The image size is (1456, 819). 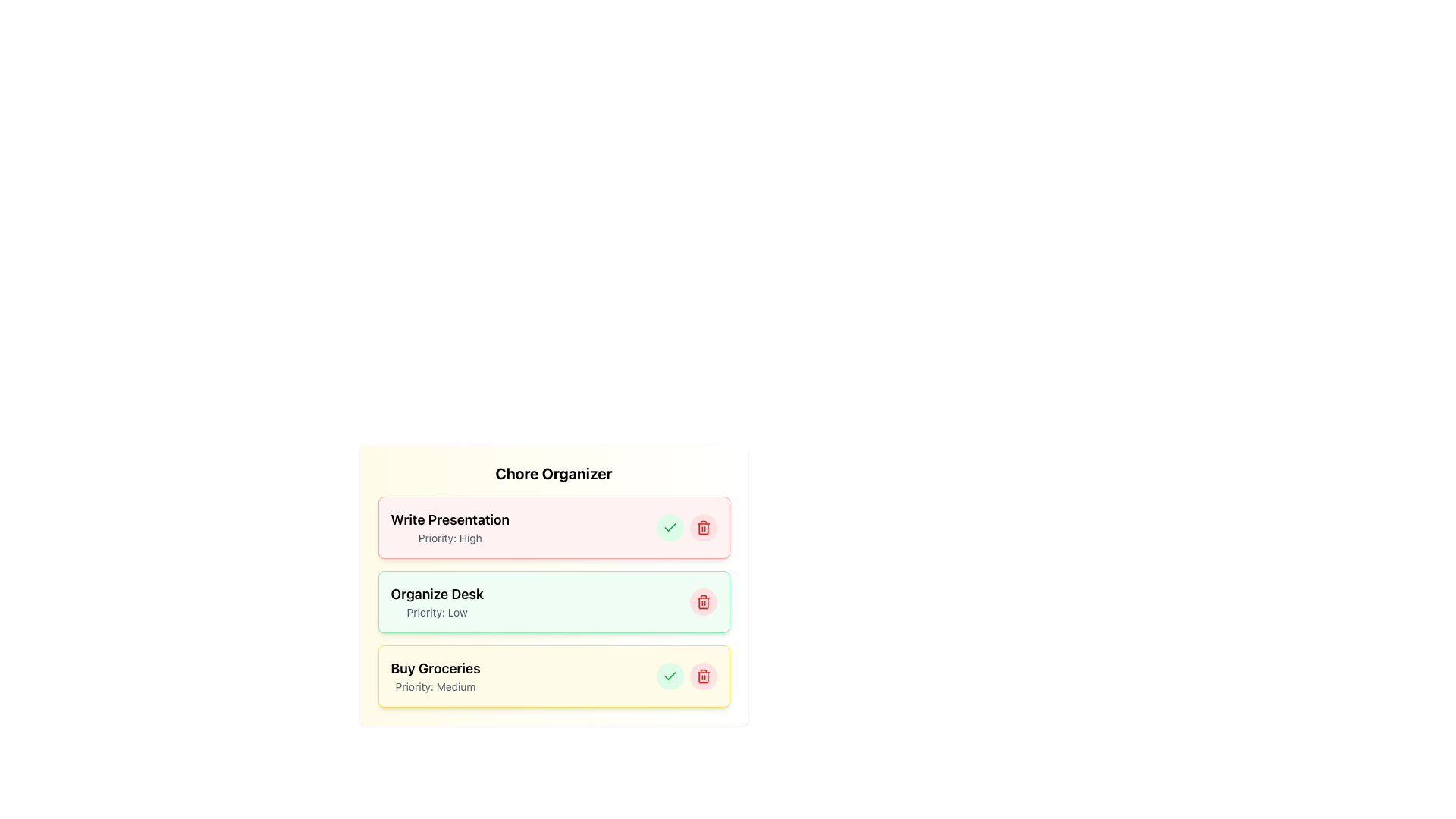 I want to click on the bold, extra-large title text label 'Chore Organizer' located at the top of the card structure with a gradient background, so click(x=553, y=472).